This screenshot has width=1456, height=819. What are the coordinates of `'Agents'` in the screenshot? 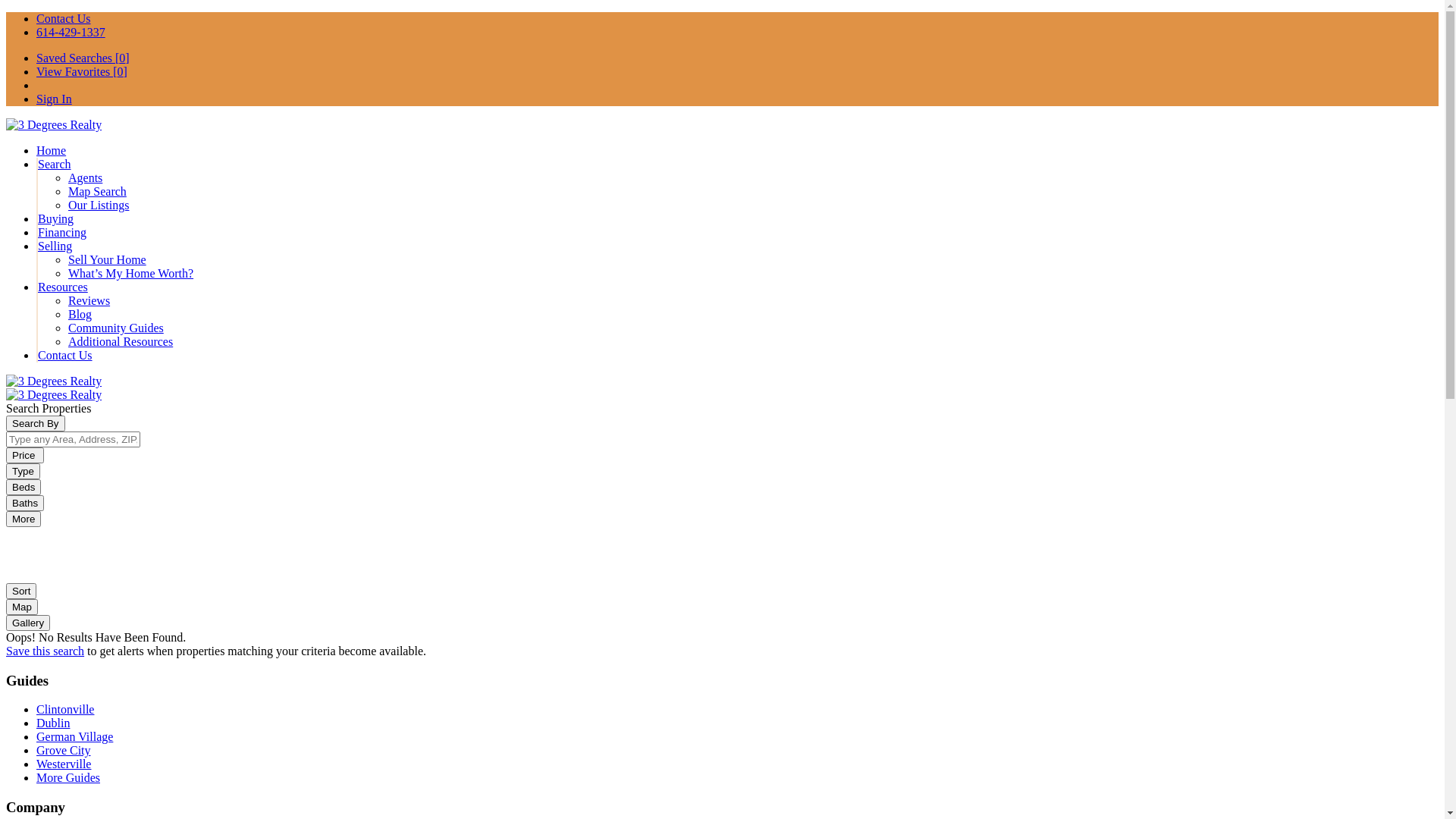 It's located at (84, 177).